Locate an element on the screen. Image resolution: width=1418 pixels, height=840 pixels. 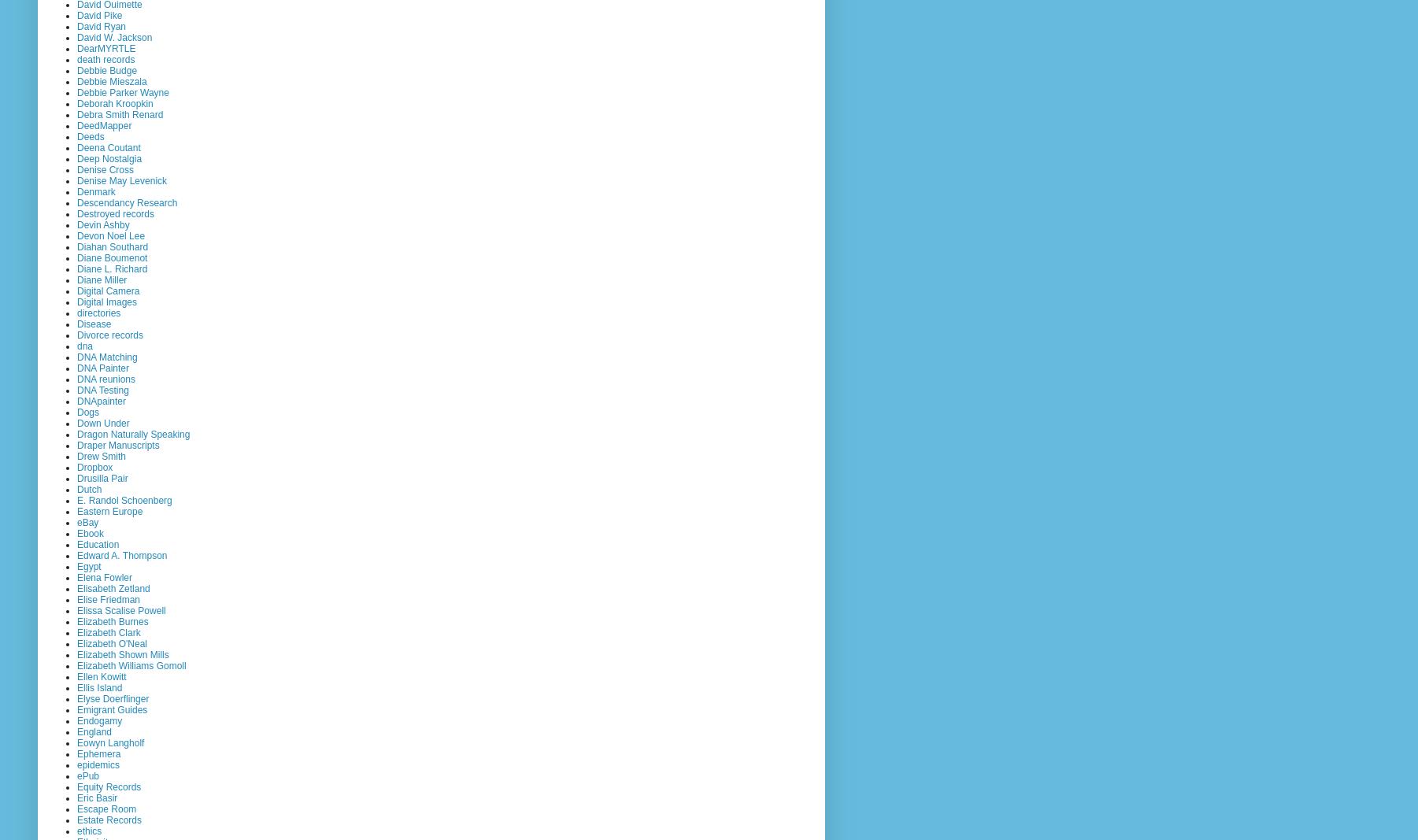
'Diane Miller' is located at coordinates (102, 279).